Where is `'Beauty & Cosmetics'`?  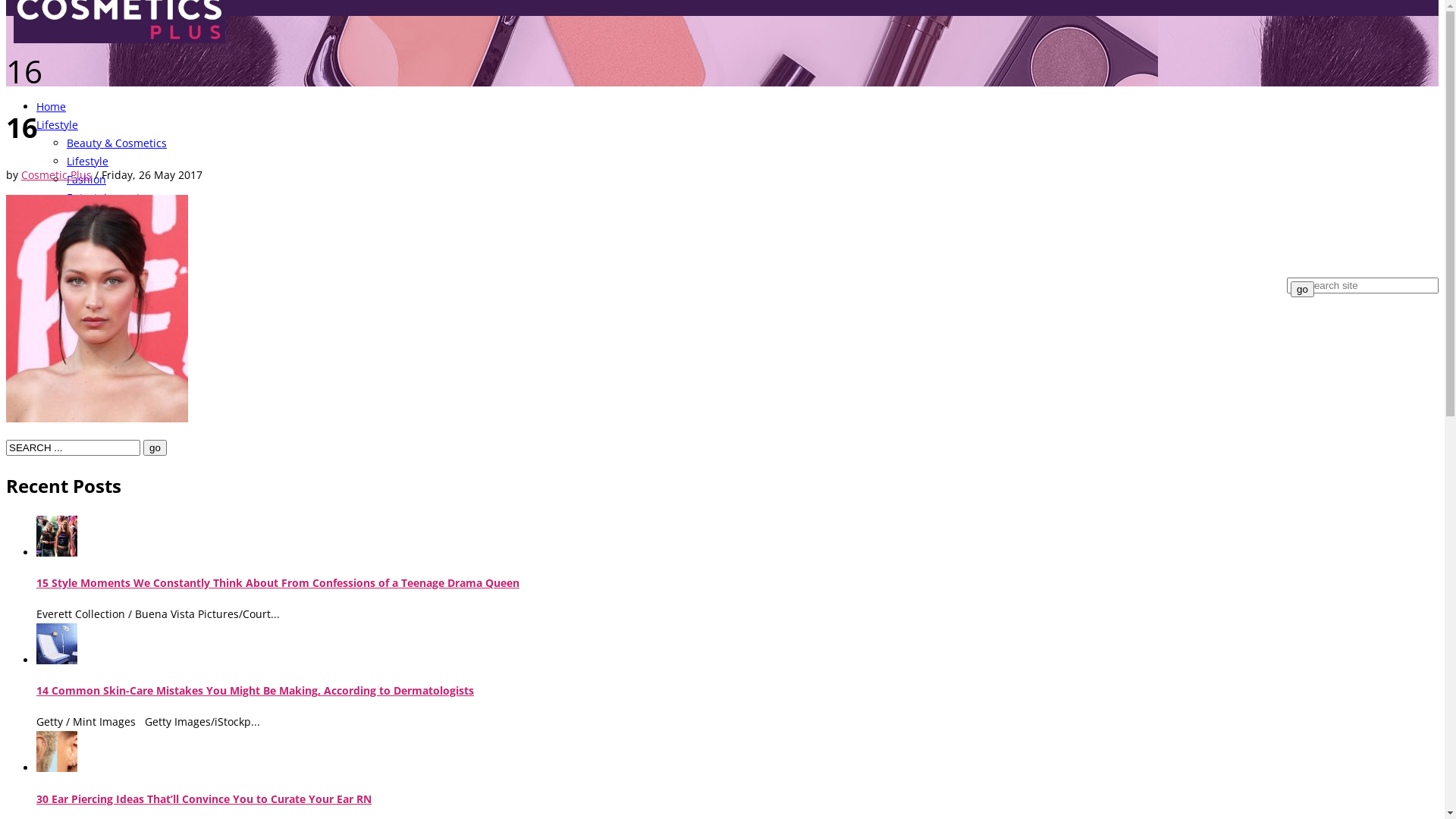 'Beauty & Cosmetics' is located at coordinates (115, 143).